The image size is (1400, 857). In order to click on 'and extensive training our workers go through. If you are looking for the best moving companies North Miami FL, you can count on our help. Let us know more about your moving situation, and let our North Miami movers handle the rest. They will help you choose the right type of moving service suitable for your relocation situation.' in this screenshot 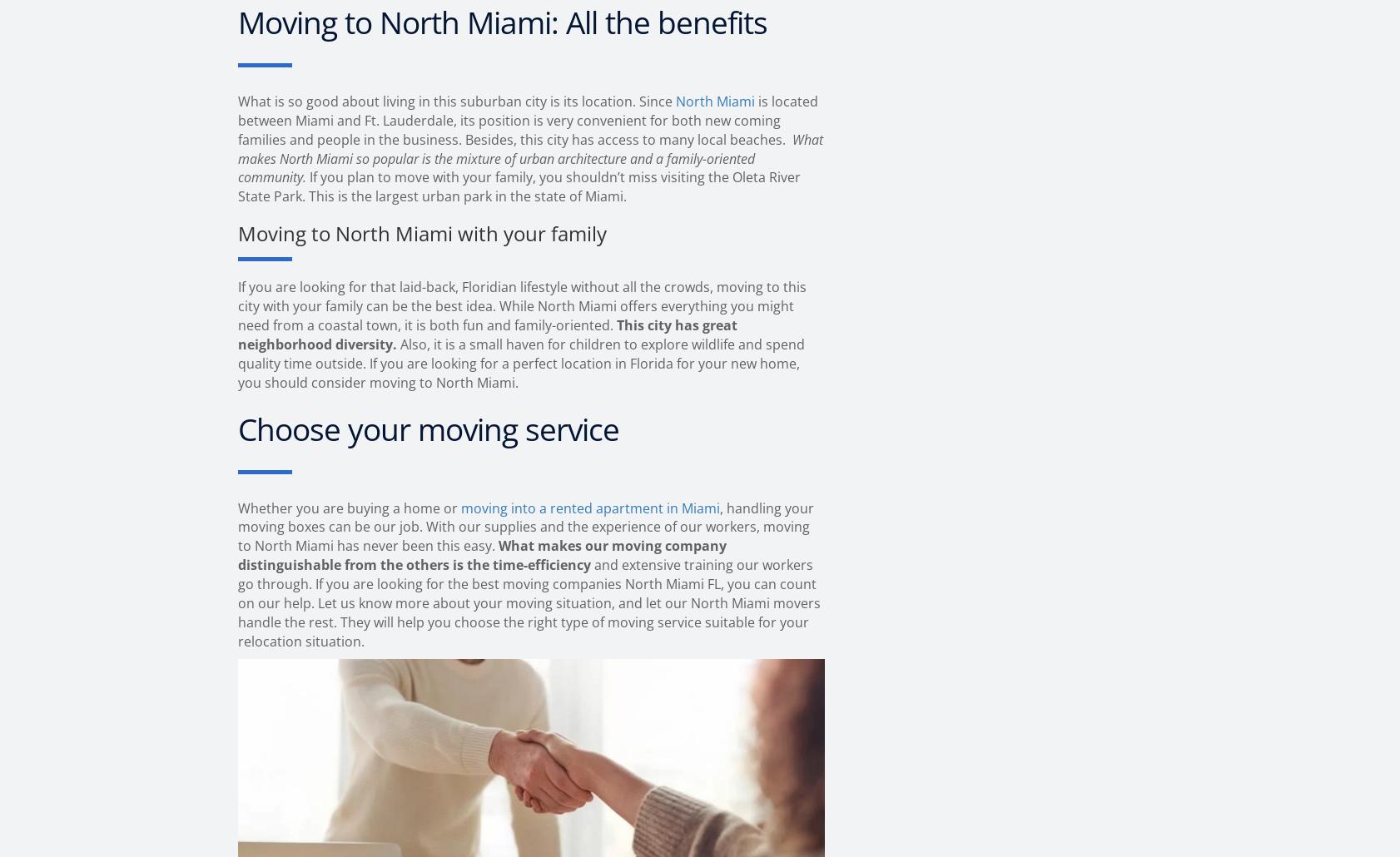, I will do `click(529, 602)`.